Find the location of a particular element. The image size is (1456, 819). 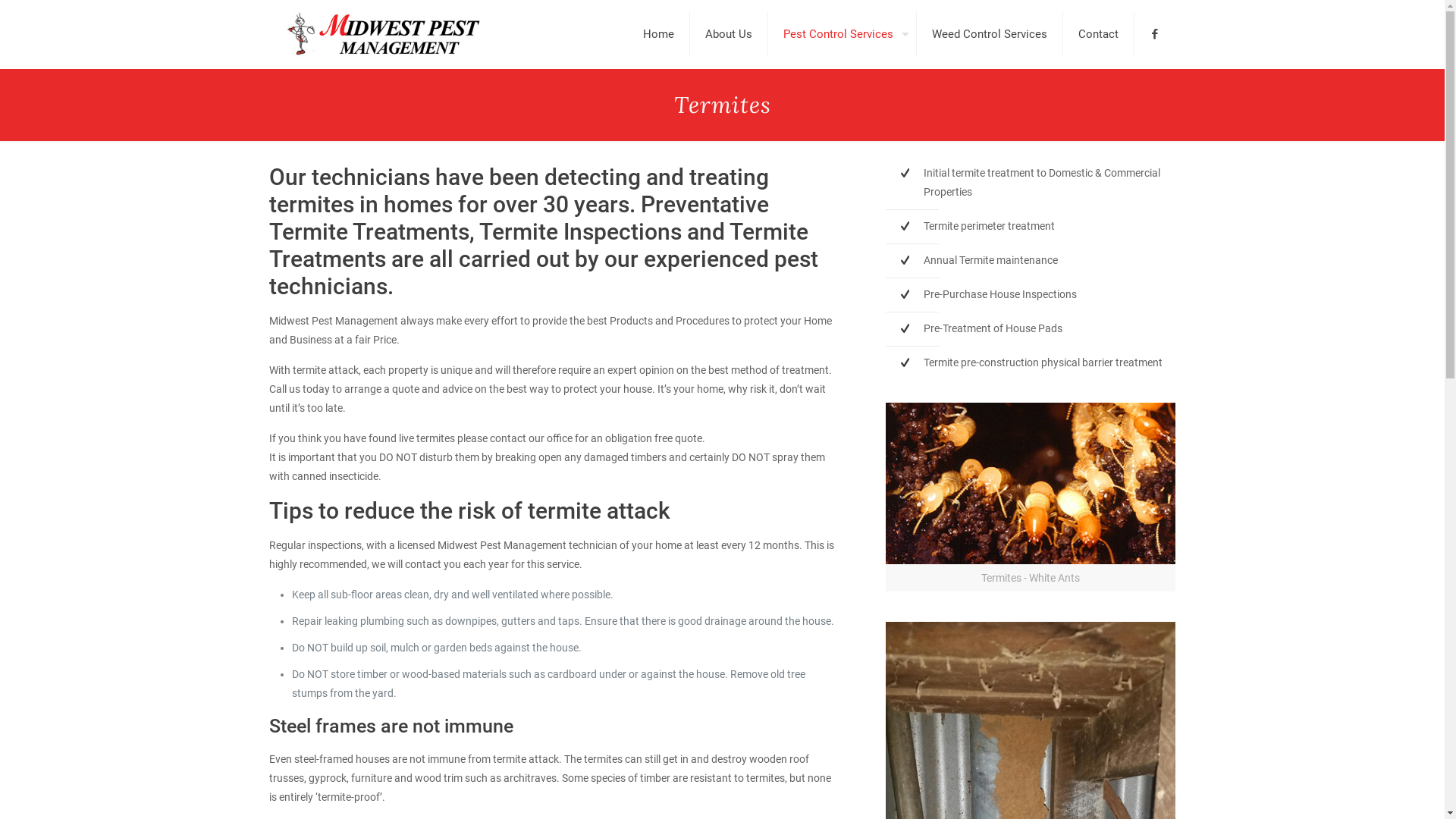

'About Us' is located at coordinates (729, 34).